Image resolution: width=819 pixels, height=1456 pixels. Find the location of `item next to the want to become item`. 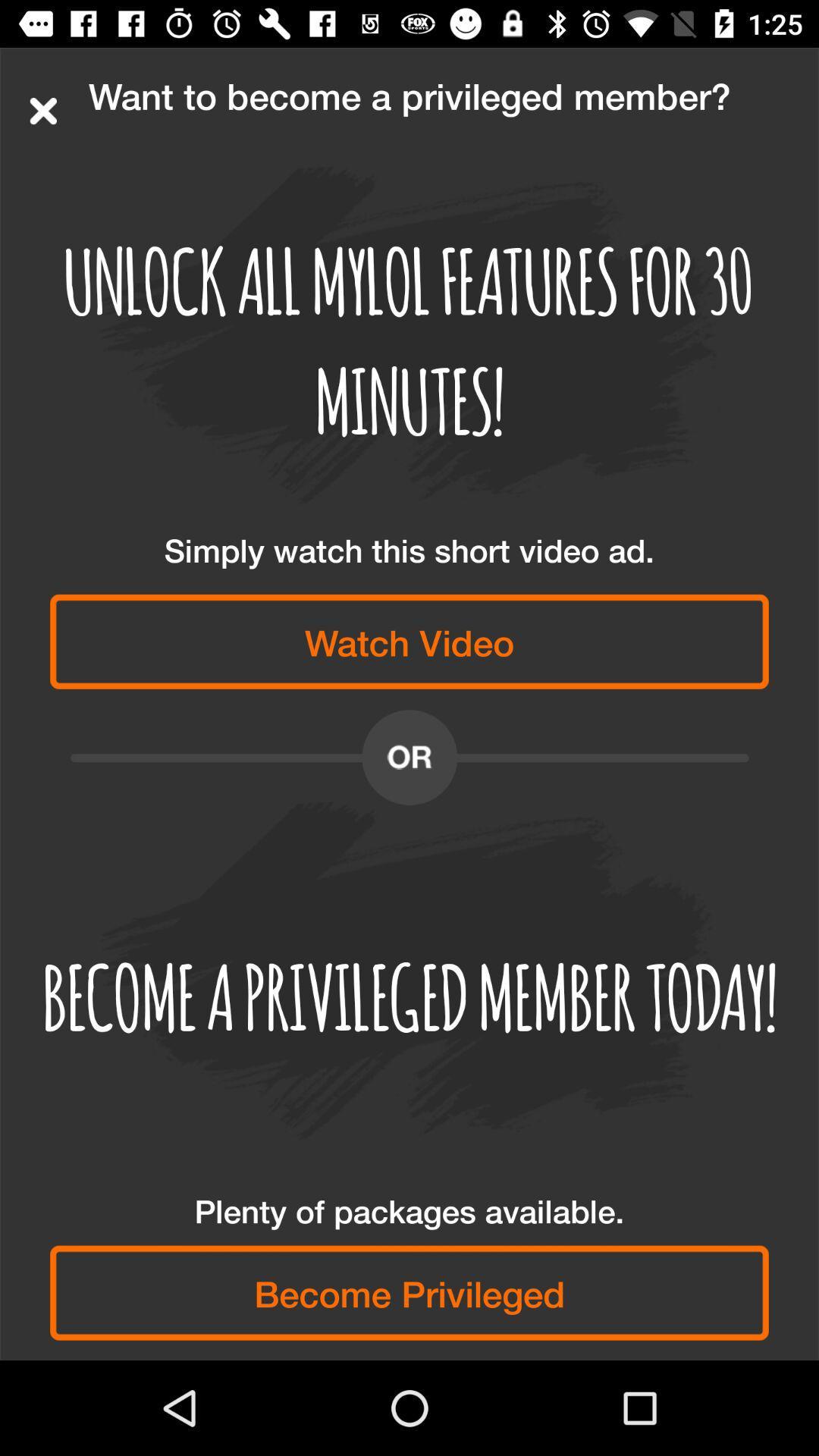

item next to the want to become item is located at coordinates (42, 110).